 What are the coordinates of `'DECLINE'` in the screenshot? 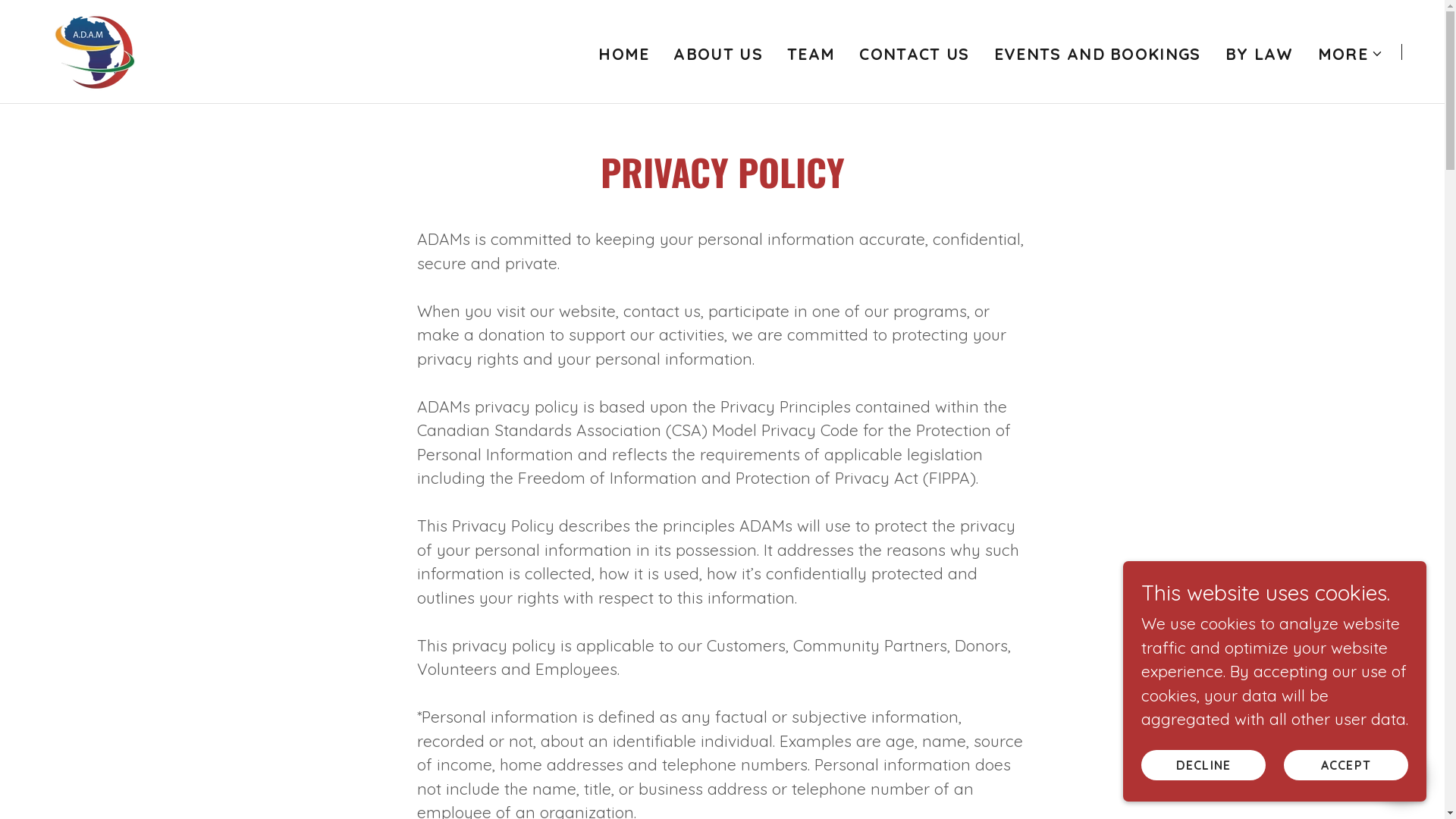 It's located at (1203, 764).